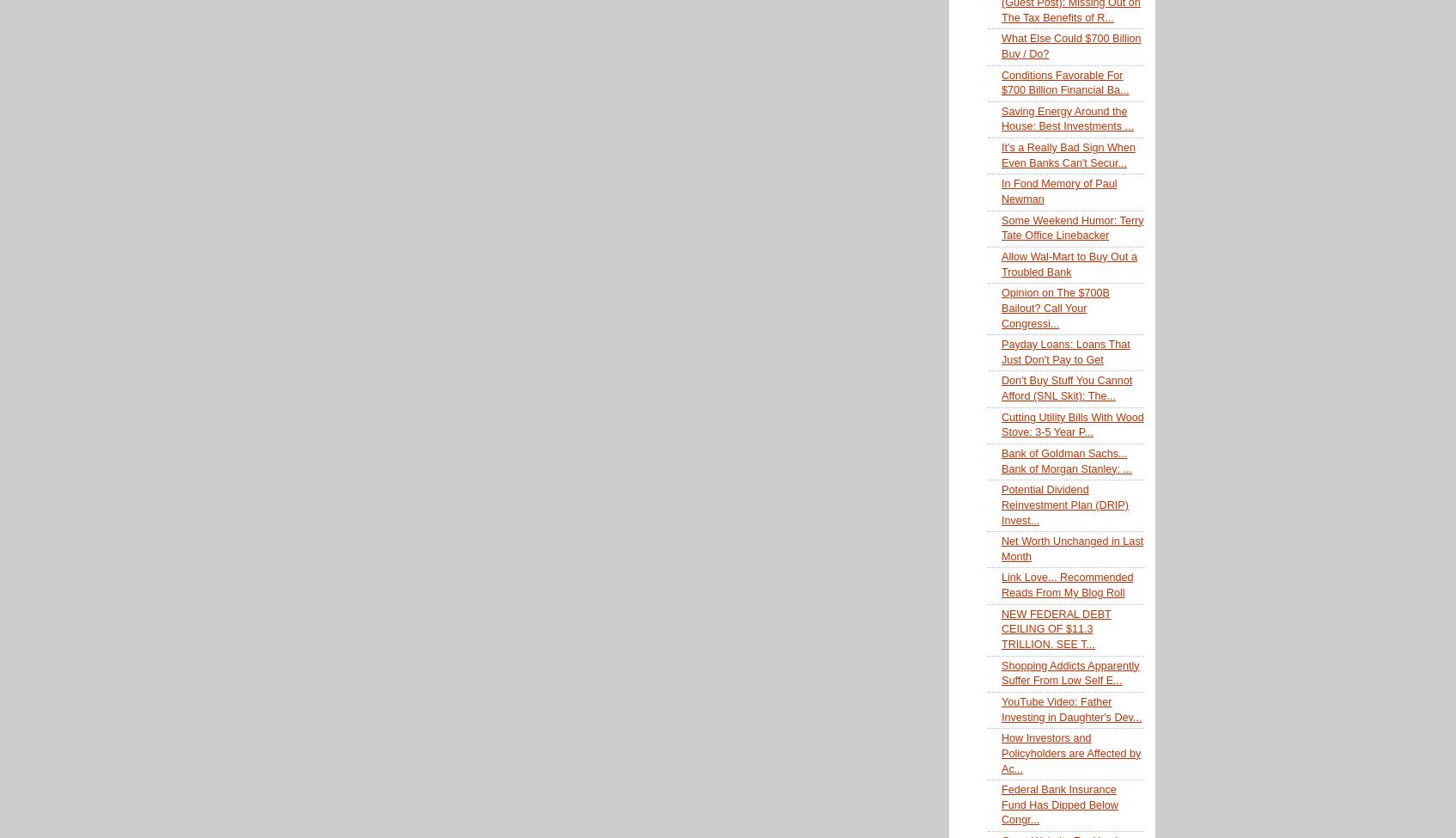  What do you see at coordinates (1000, 804) in the screenshot?
I see `'Federal Bank Insurance Fund Has Dipped Below Congr...'` at bounding box center [1000, 804].